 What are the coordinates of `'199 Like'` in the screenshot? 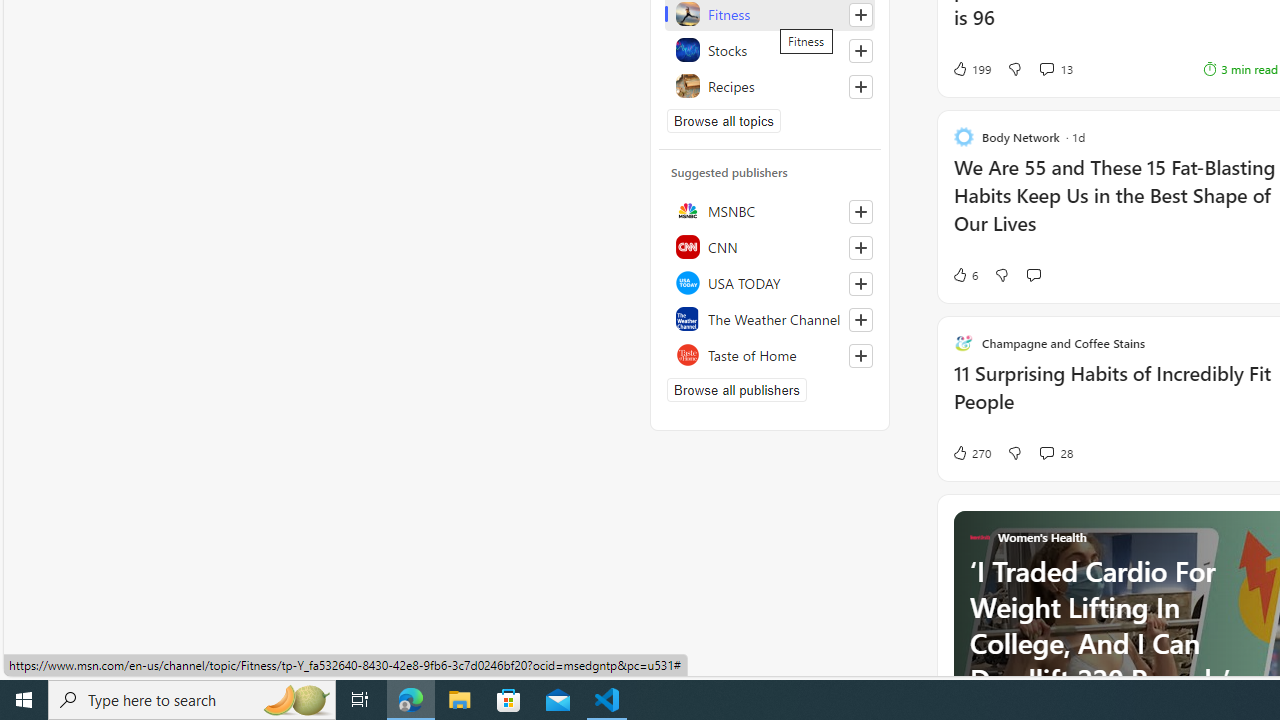 It's located at (970, 67).